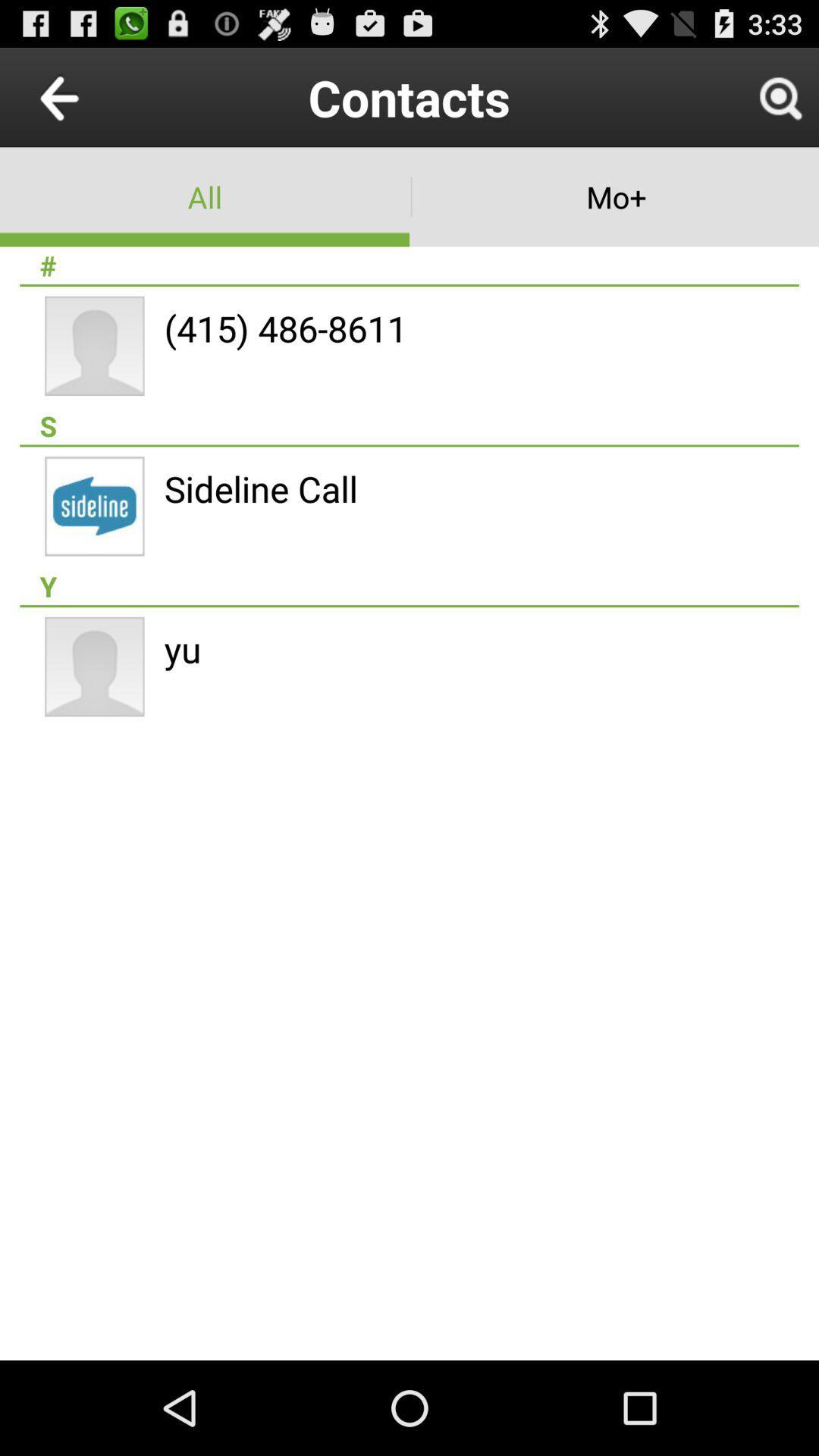  Describe the element at coordinates (780, 96) in the screenshot. I see `icon next to contacts icon` at that location.